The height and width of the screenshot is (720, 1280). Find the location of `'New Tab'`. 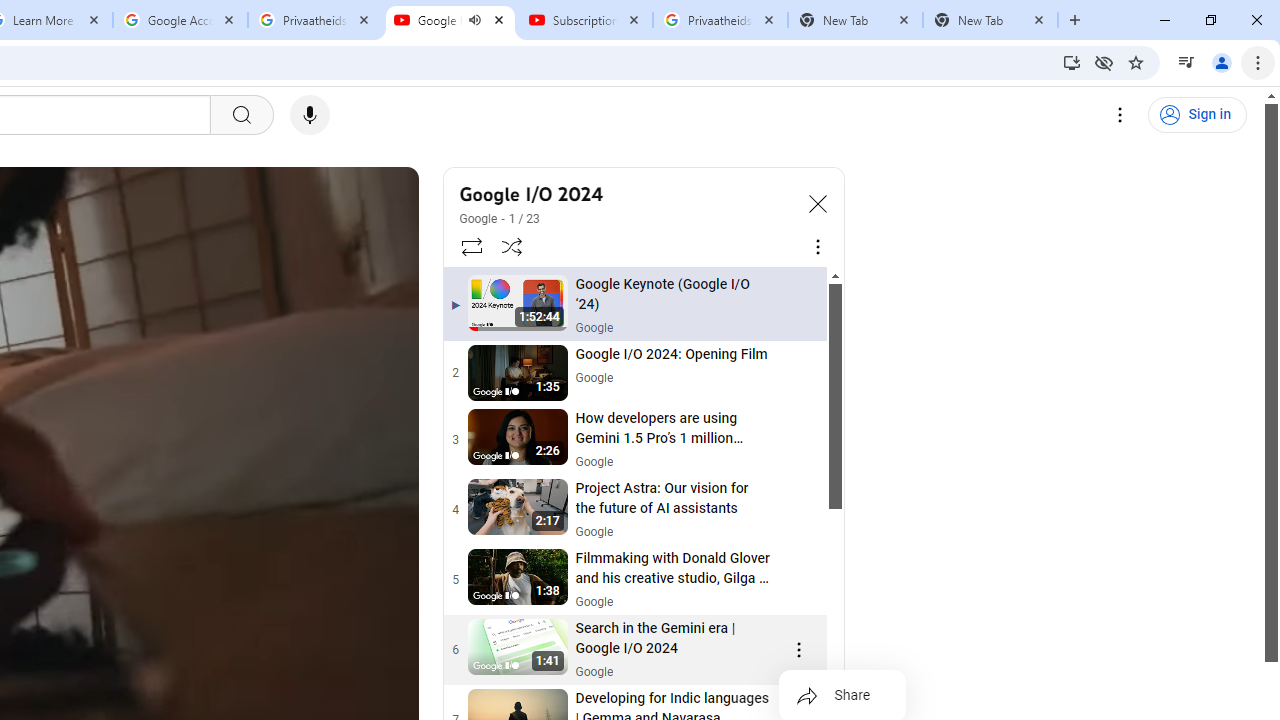

'New Tab' is located at coordinates (990, 20).